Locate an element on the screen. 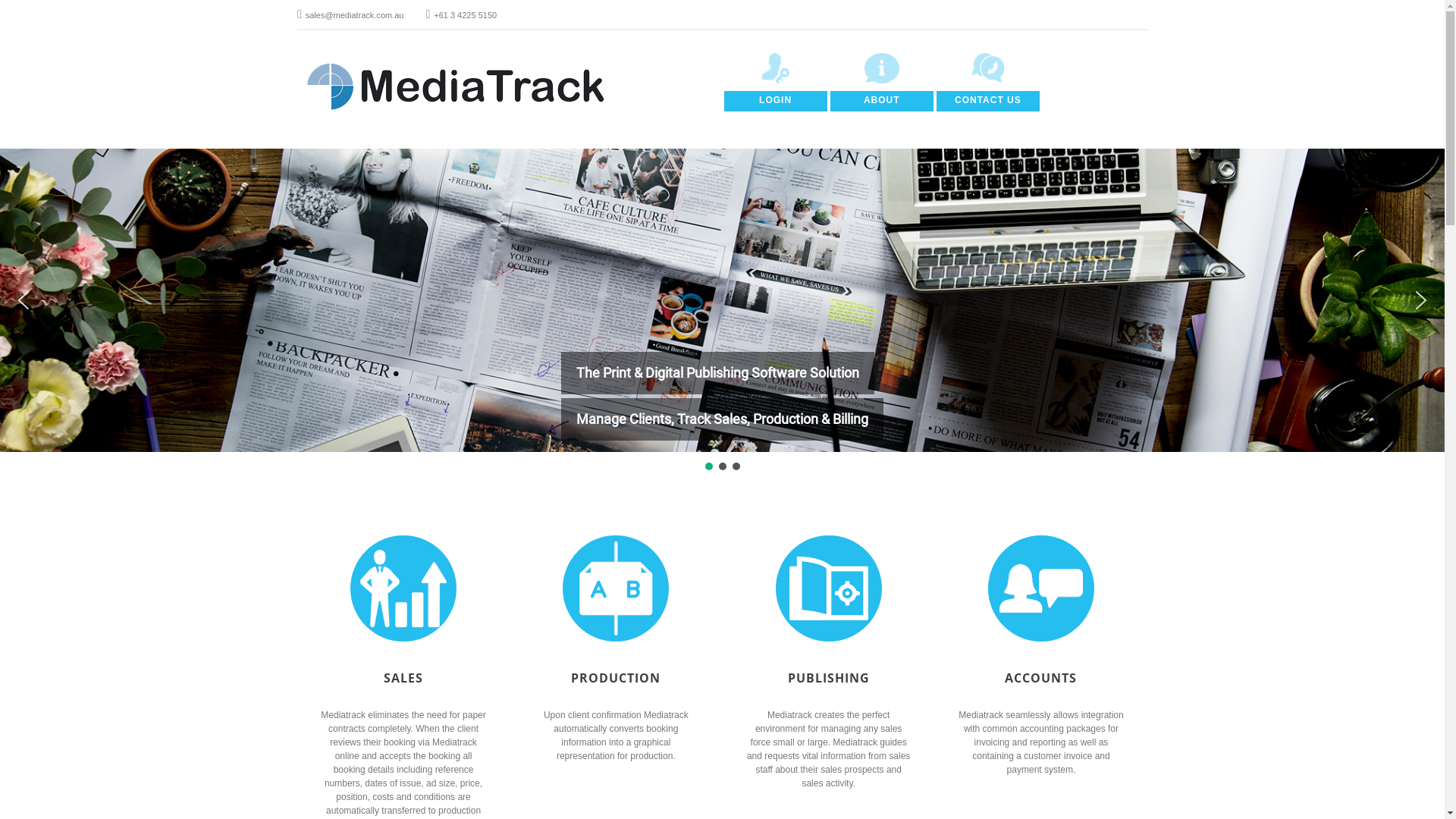 The height and width of the screenshot is (819, 1456). 'sales@mediatrack.com.au' is located at coordinates (350, 14).